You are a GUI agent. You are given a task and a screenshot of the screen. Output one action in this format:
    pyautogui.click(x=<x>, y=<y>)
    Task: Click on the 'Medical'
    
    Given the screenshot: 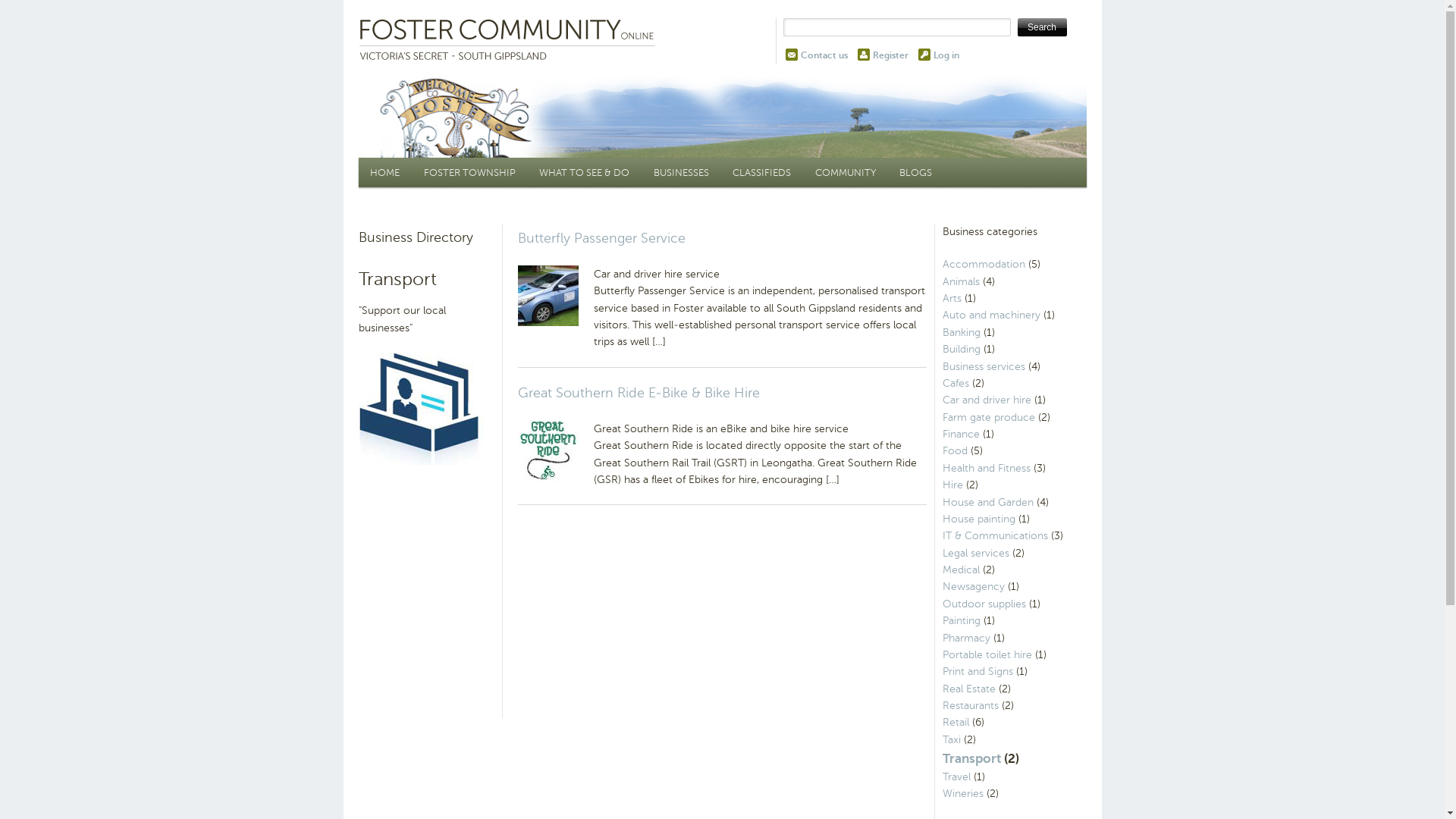 What is the action you would take?
    pyautogui.click(x=959, y=570)
    